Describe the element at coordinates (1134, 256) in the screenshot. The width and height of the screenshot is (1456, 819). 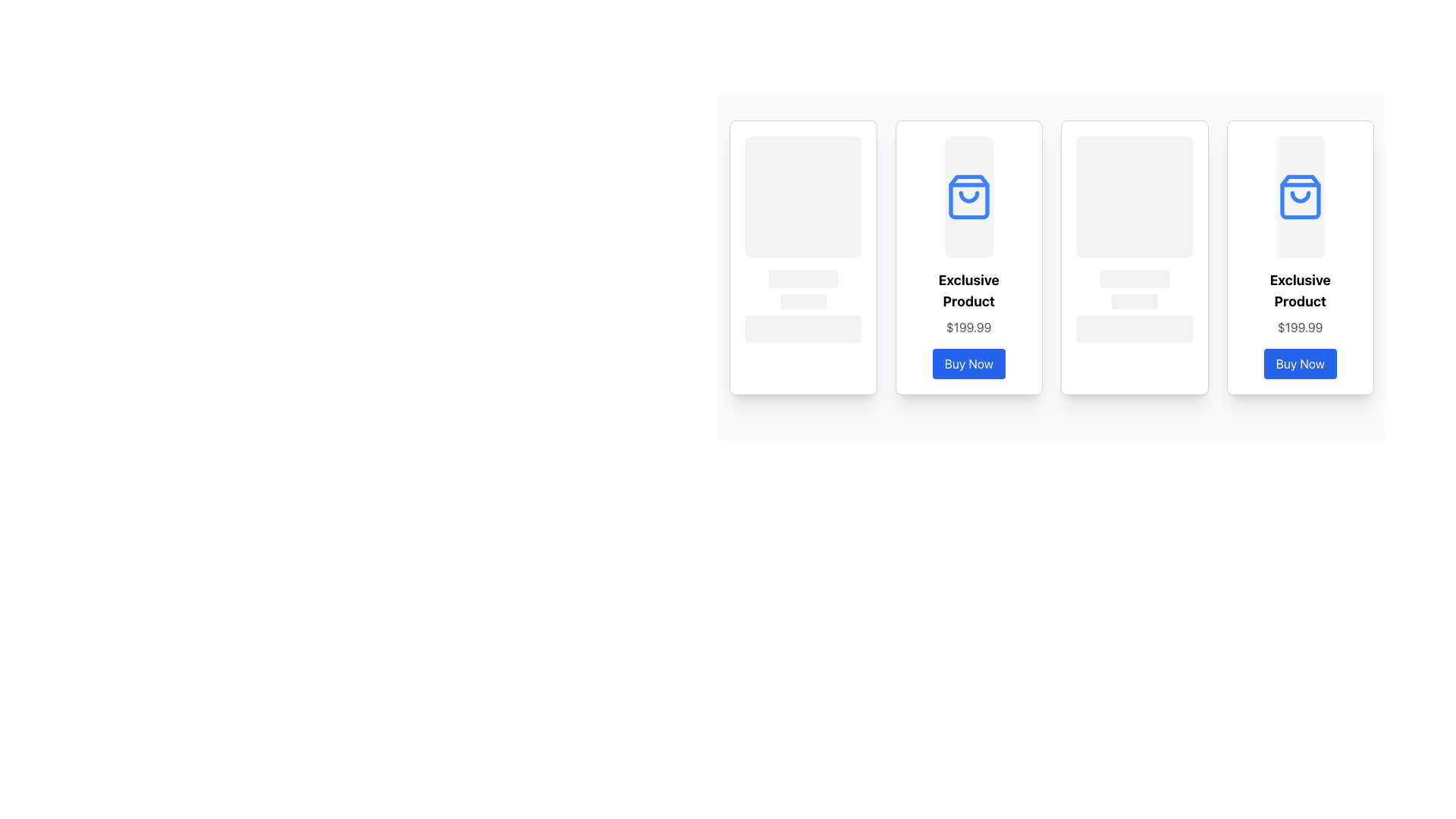
I see `third card from the left in a grid layout for more options` at that location.